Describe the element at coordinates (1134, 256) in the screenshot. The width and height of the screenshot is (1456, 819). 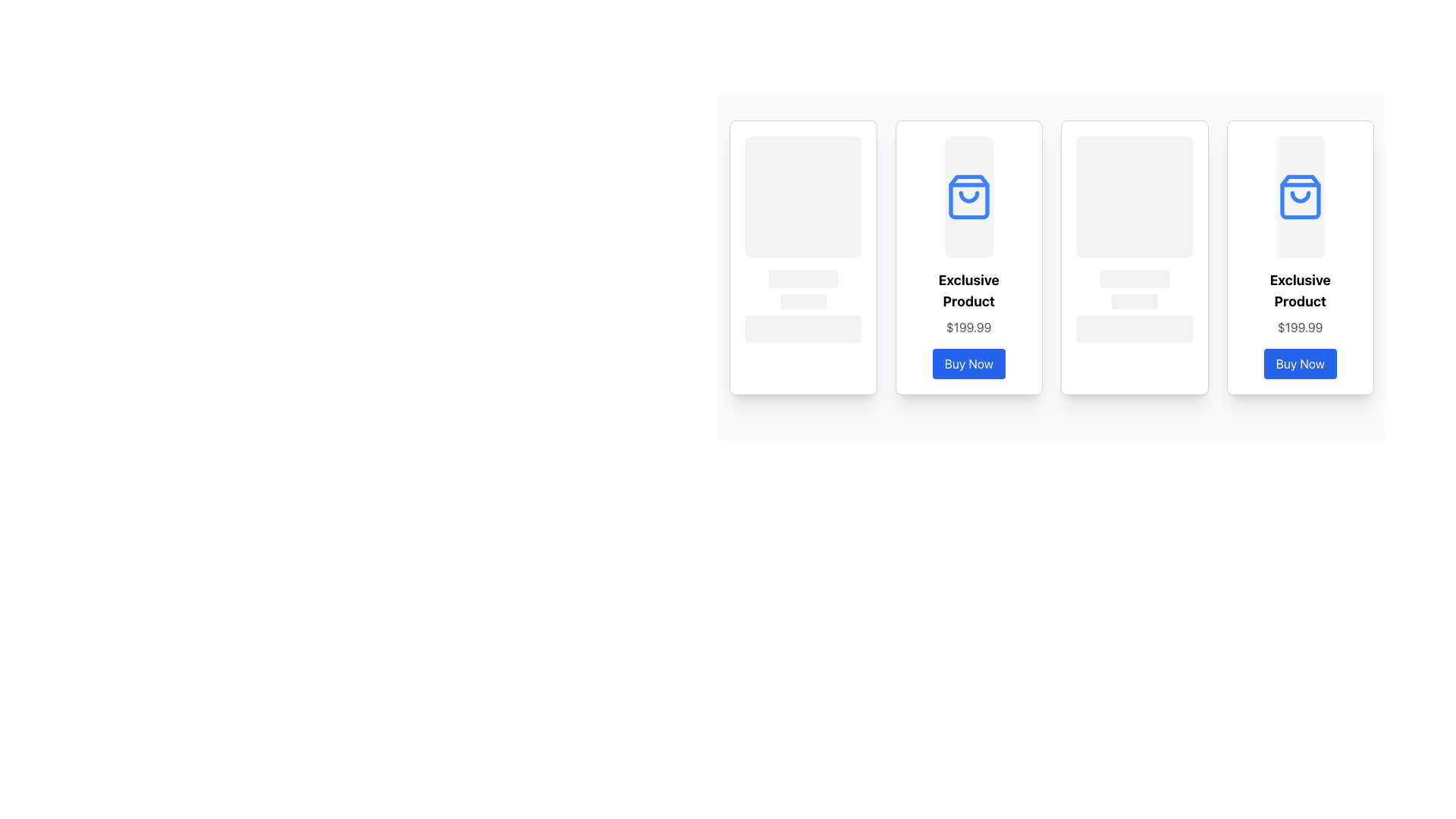
I see `third card from the left in a grid layout for more options` at that location.